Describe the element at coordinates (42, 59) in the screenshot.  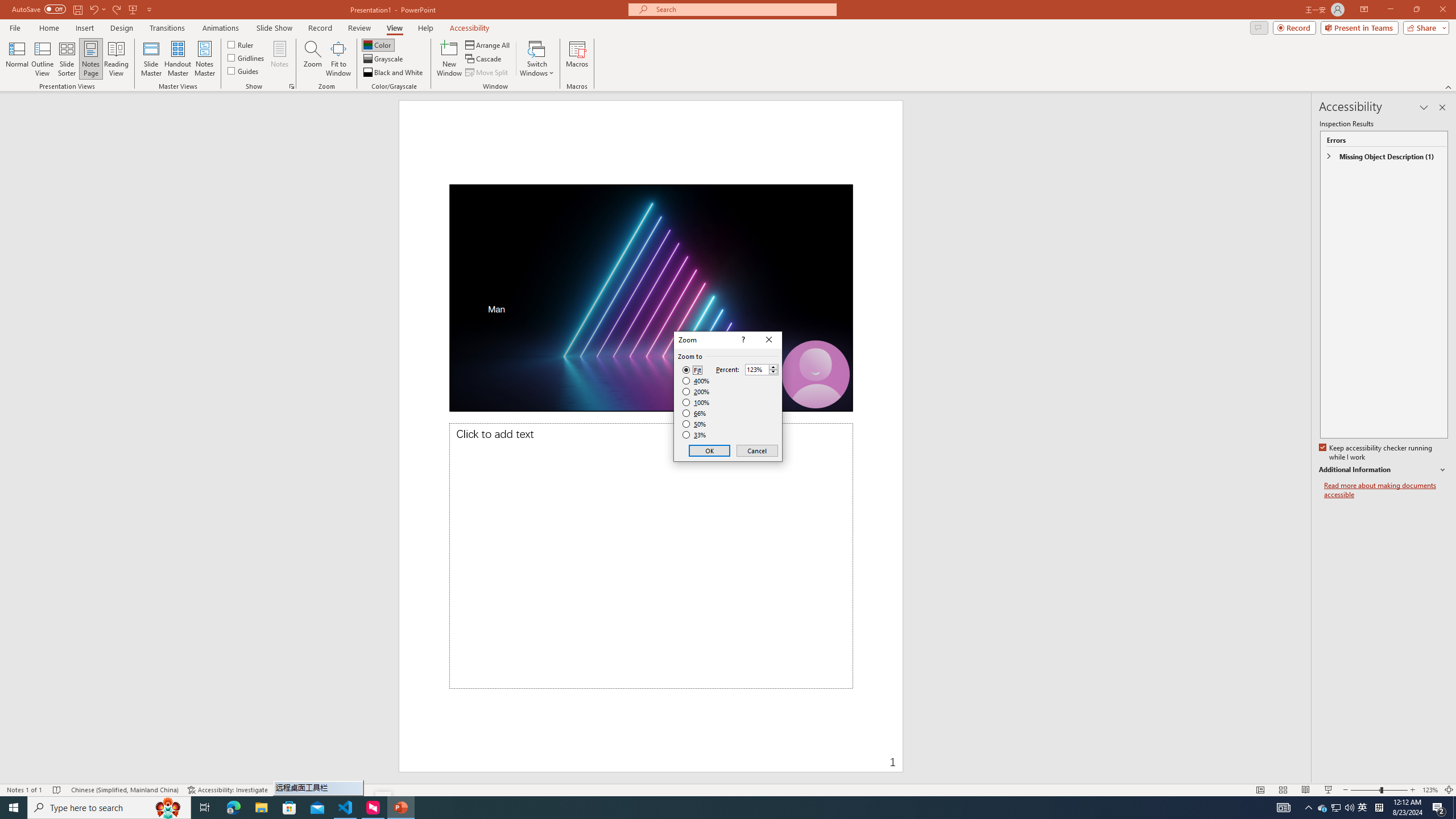
I see `'Outline View'` at that location.